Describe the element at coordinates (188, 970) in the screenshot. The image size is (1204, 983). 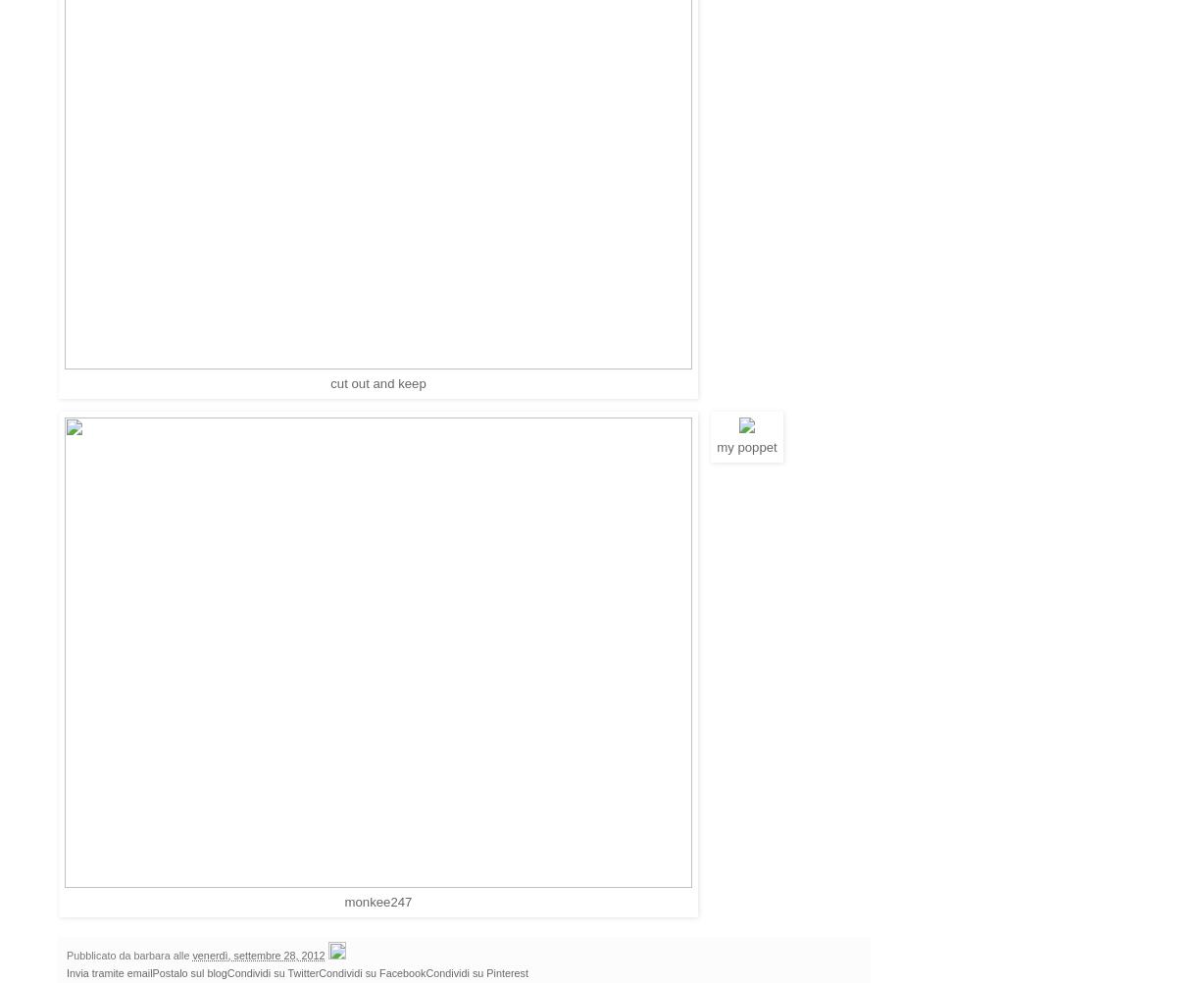
I see `'Postalo sul blog'` at that location.